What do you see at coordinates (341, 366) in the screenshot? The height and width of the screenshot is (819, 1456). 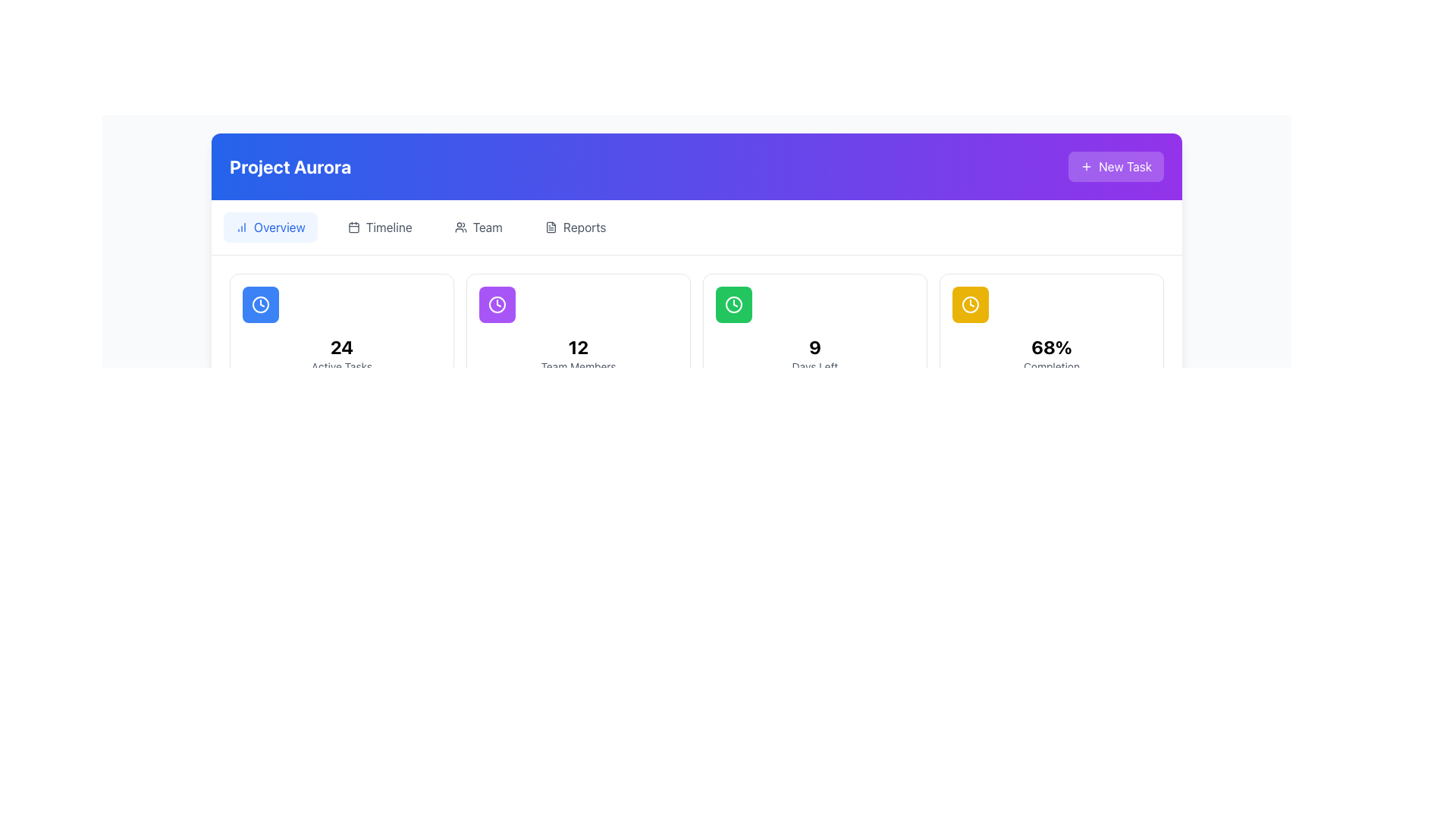 I see `the text label that describes the context of the quantitative data '24', located within a white, rounded card component, positioned below the large bold text '24'` at bounding box center [341, 366].